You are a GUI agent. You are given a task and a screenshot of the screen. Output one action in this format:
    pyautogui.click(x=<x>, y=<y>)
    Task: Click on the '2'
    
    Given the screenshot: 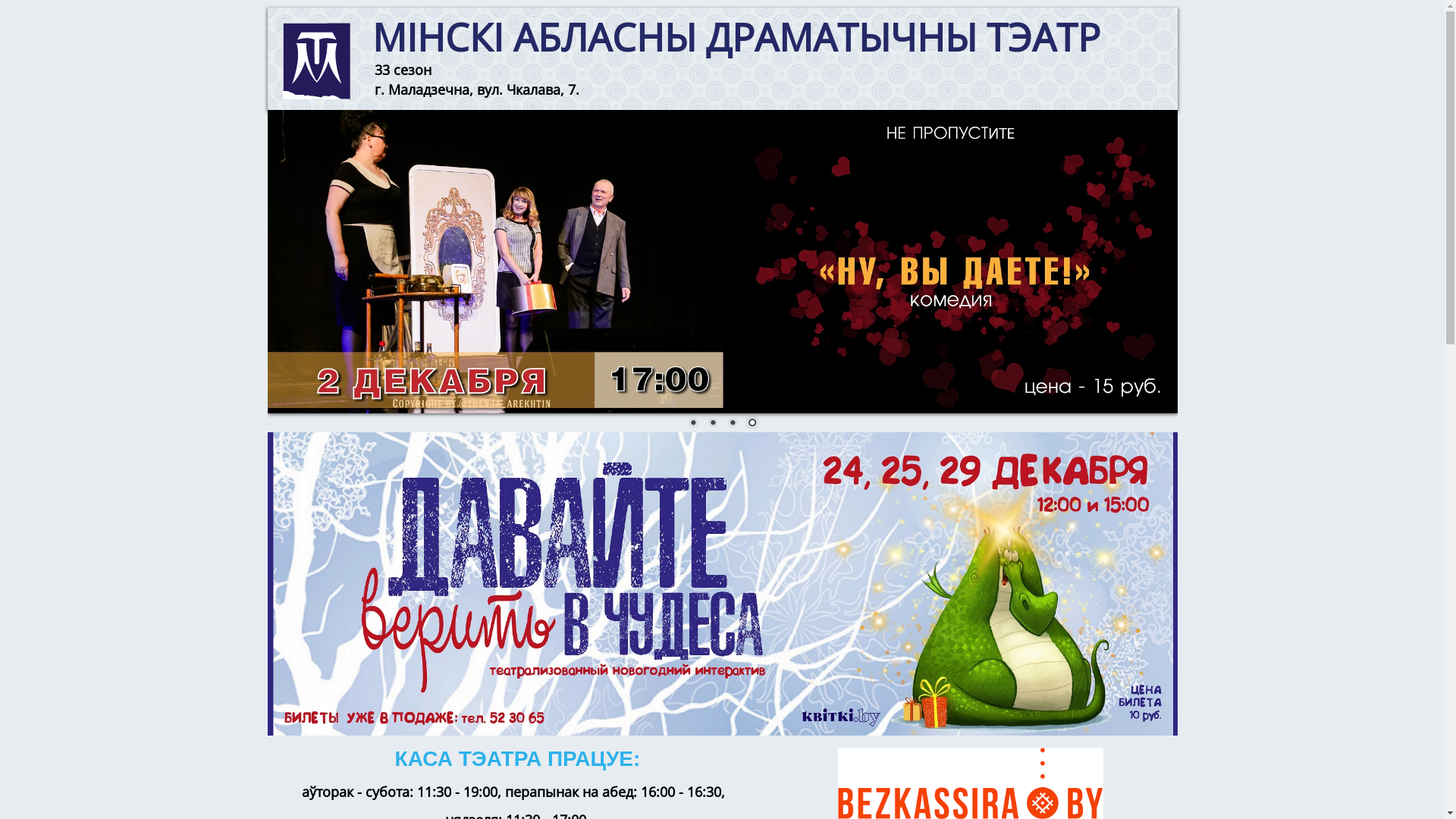 What is the action you would take?
    pyautogui.click(x=711, y=424)
    